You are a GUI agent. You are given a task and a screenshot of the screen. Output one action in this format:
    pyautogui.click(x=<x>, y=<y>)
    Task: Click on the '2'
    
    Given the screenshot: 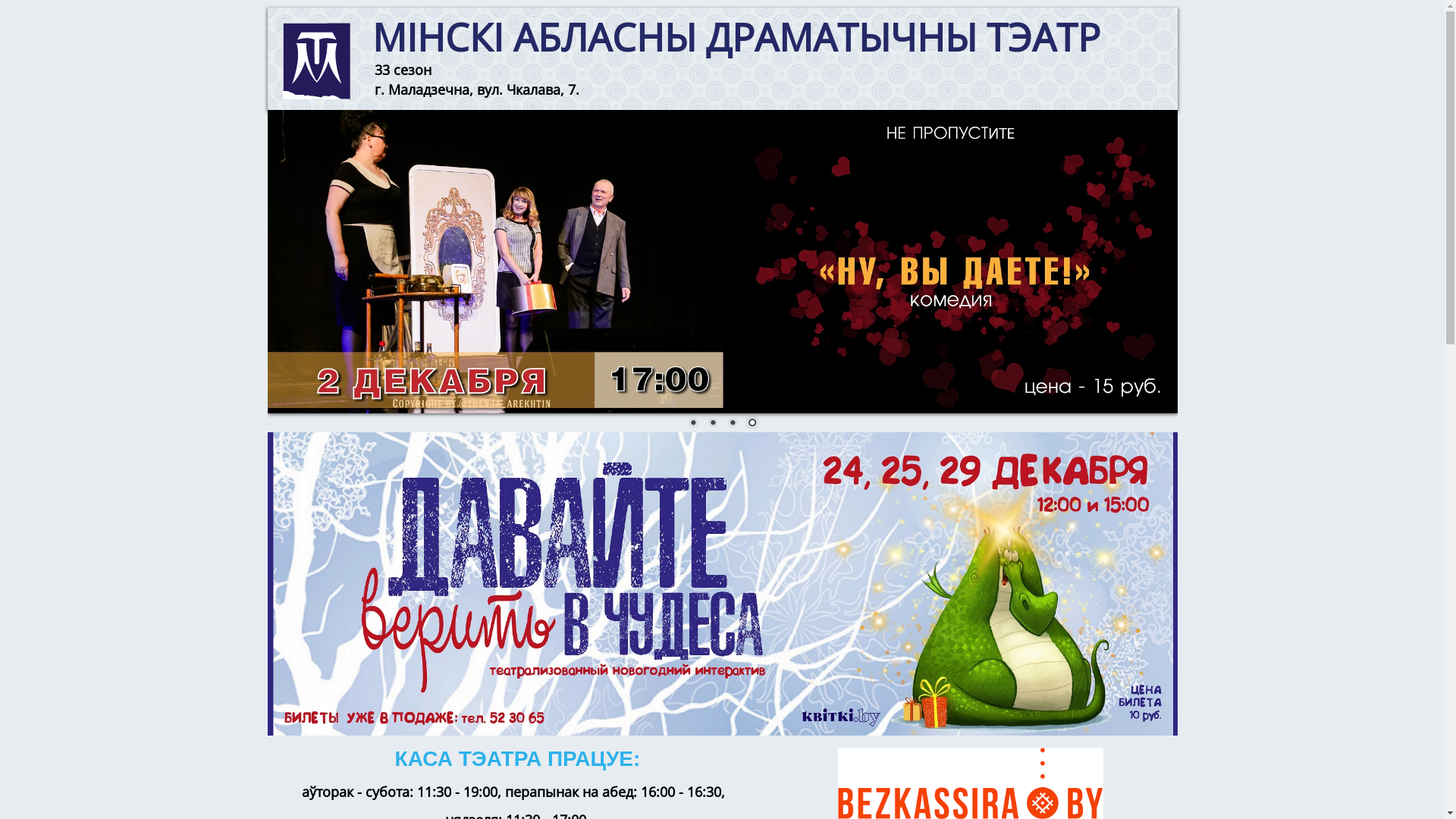 What is the action you would take?
    pyautogui.click(x=711, y=424)
    